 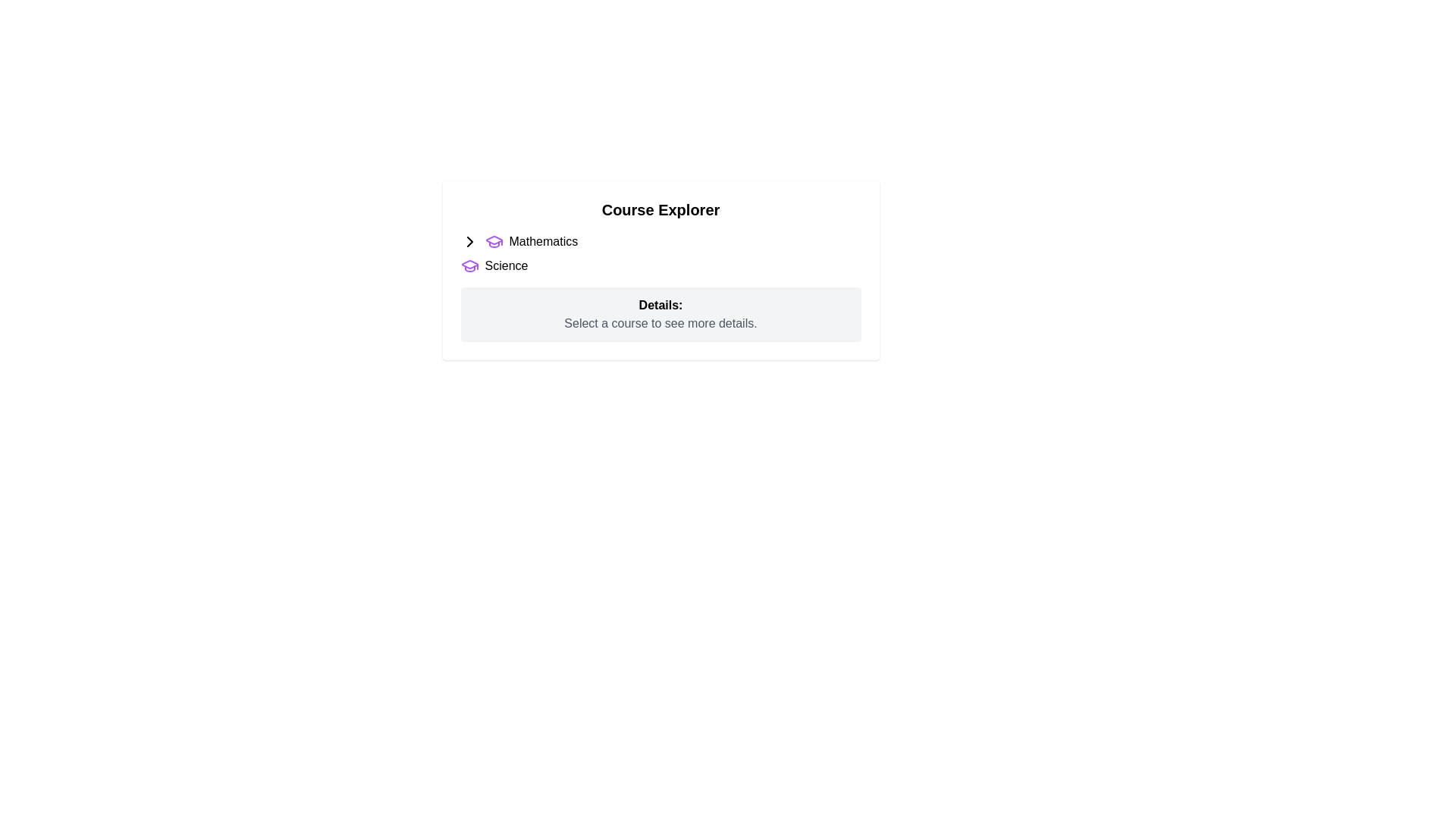 What do you see at coordinates (661, 265) in the screenshot?
I see `the 'Science' text label with an associated icon downwards` at bounding box center [661, 265].